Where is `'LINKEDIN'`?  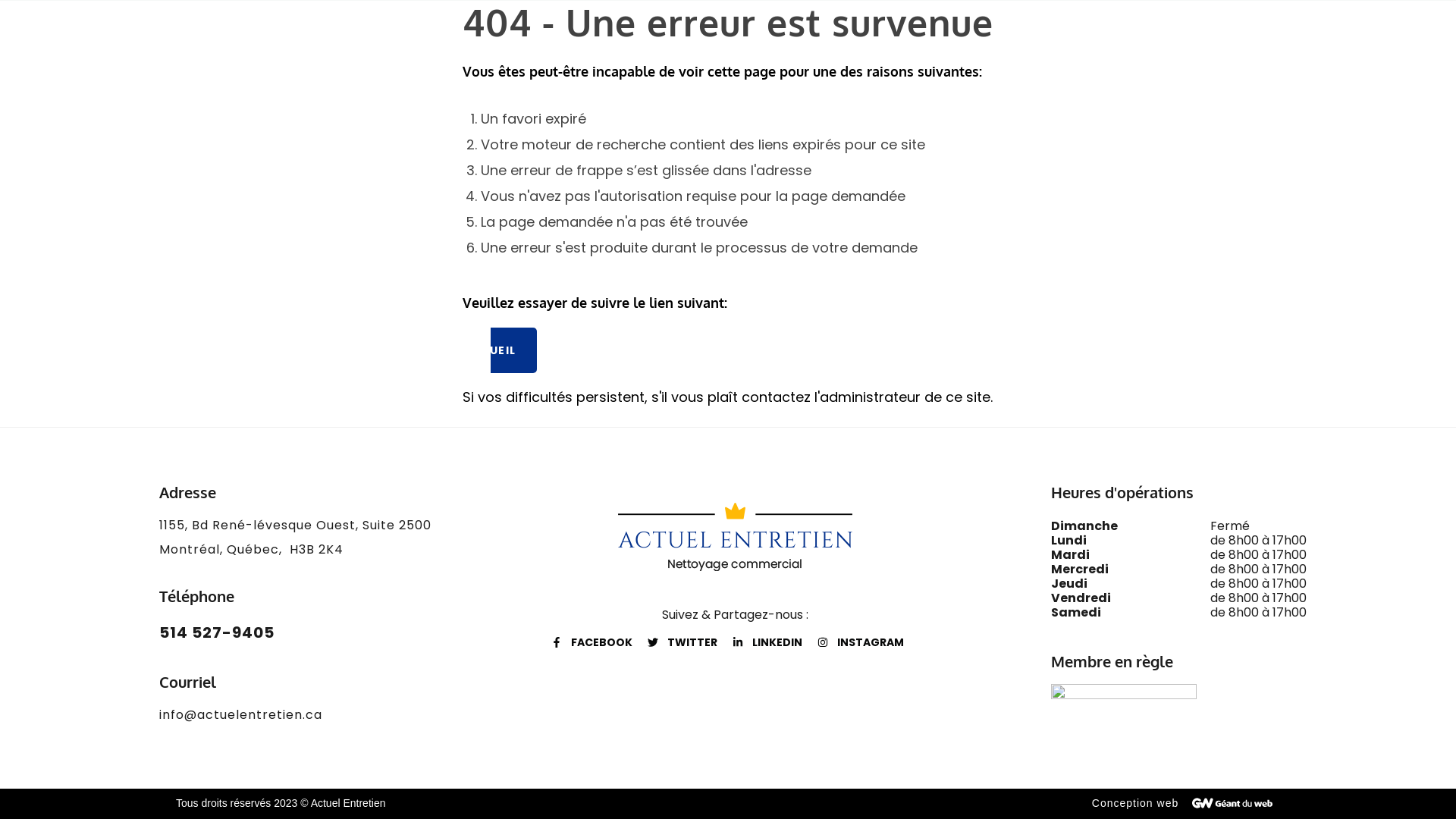 'LINKEDIN' is located at coordinates (732, 643).